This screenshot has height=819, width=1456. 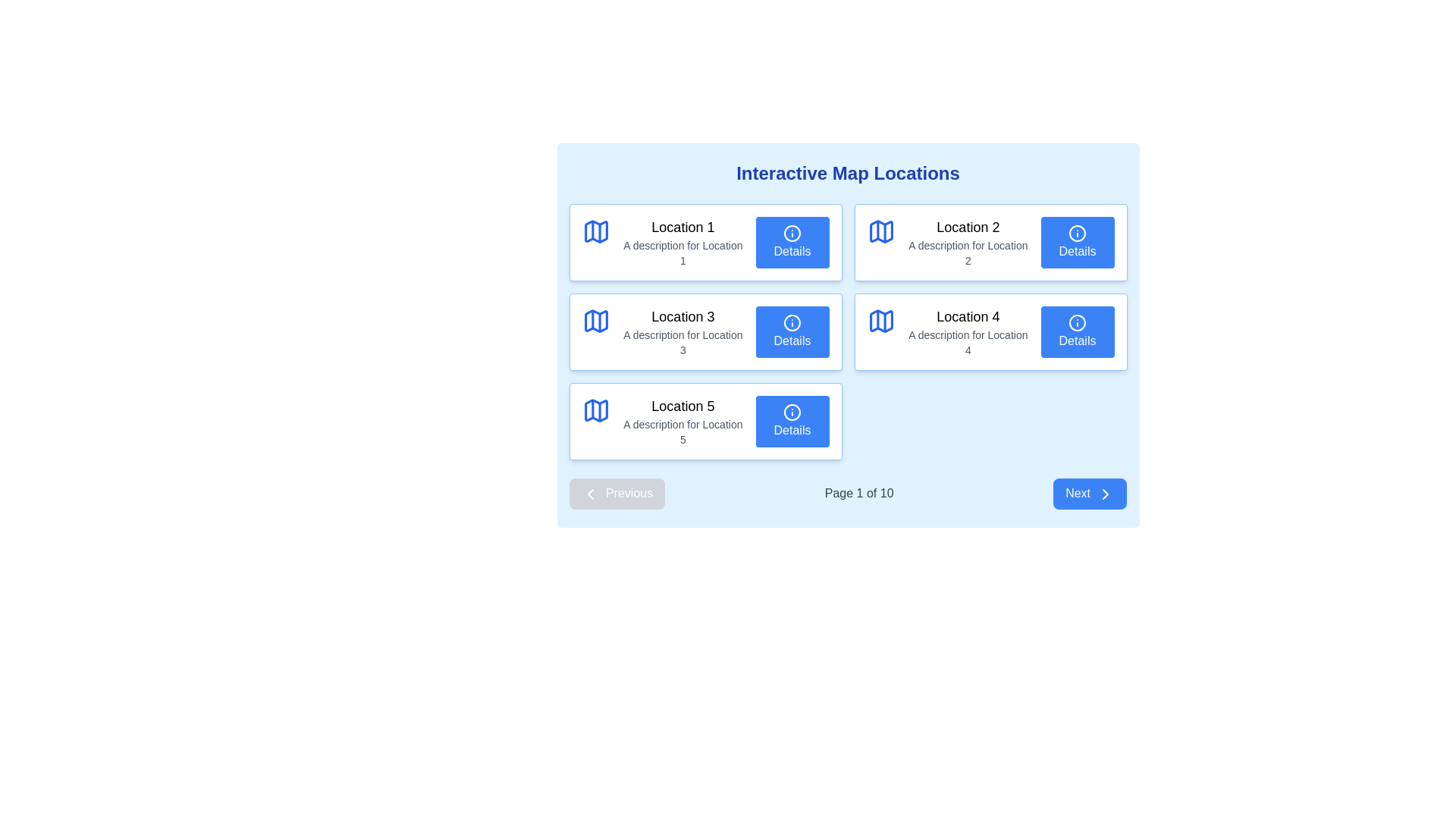 I want to click on the information icon inside the blue 'Details' button on the card labeled 'Location 4', which is located in the second row, second column of the grid layout, so click(x=1076, y=322).